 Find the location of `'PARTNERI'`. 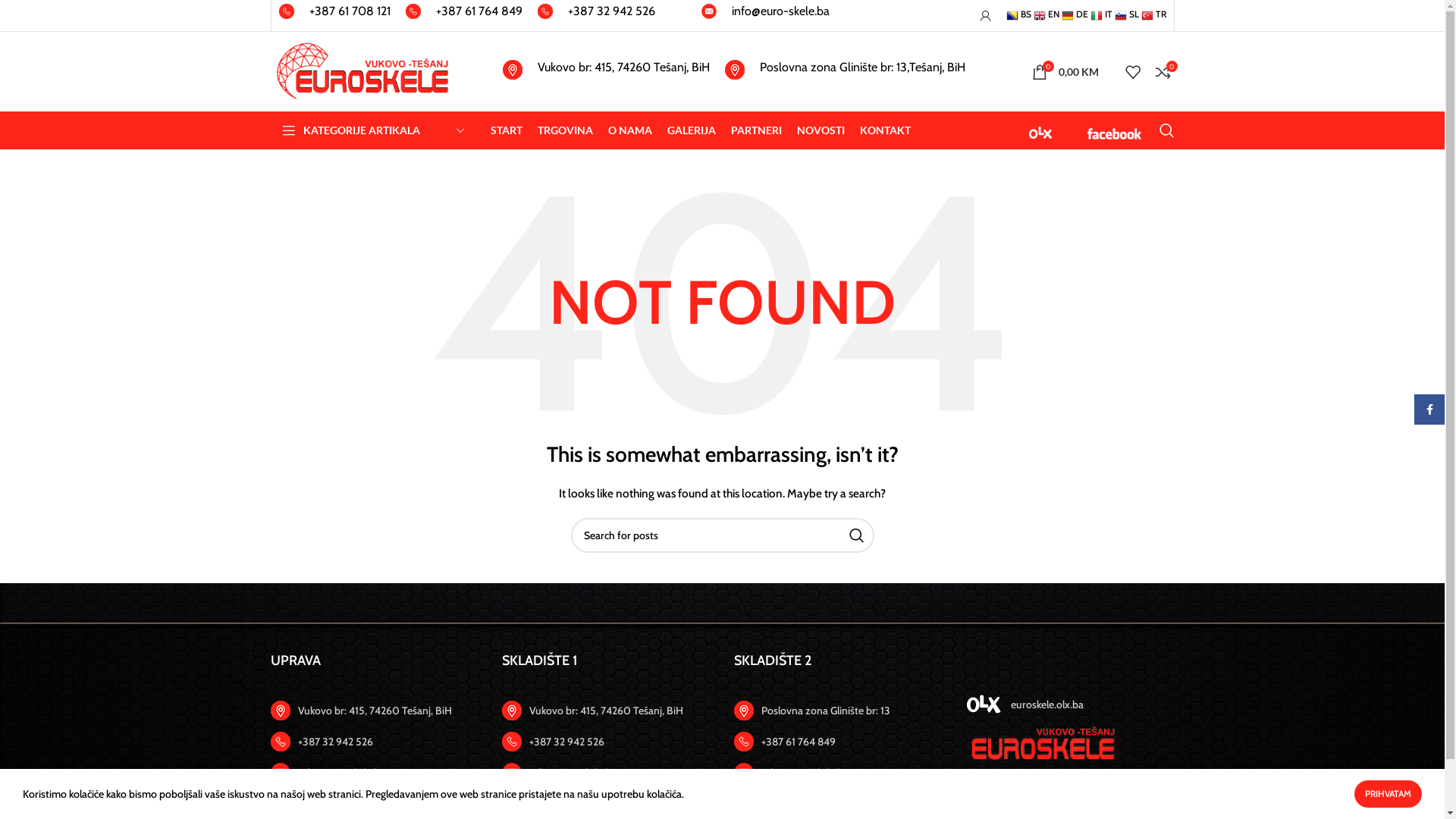

'PARTNERI' is located at coordinates (731, 130).